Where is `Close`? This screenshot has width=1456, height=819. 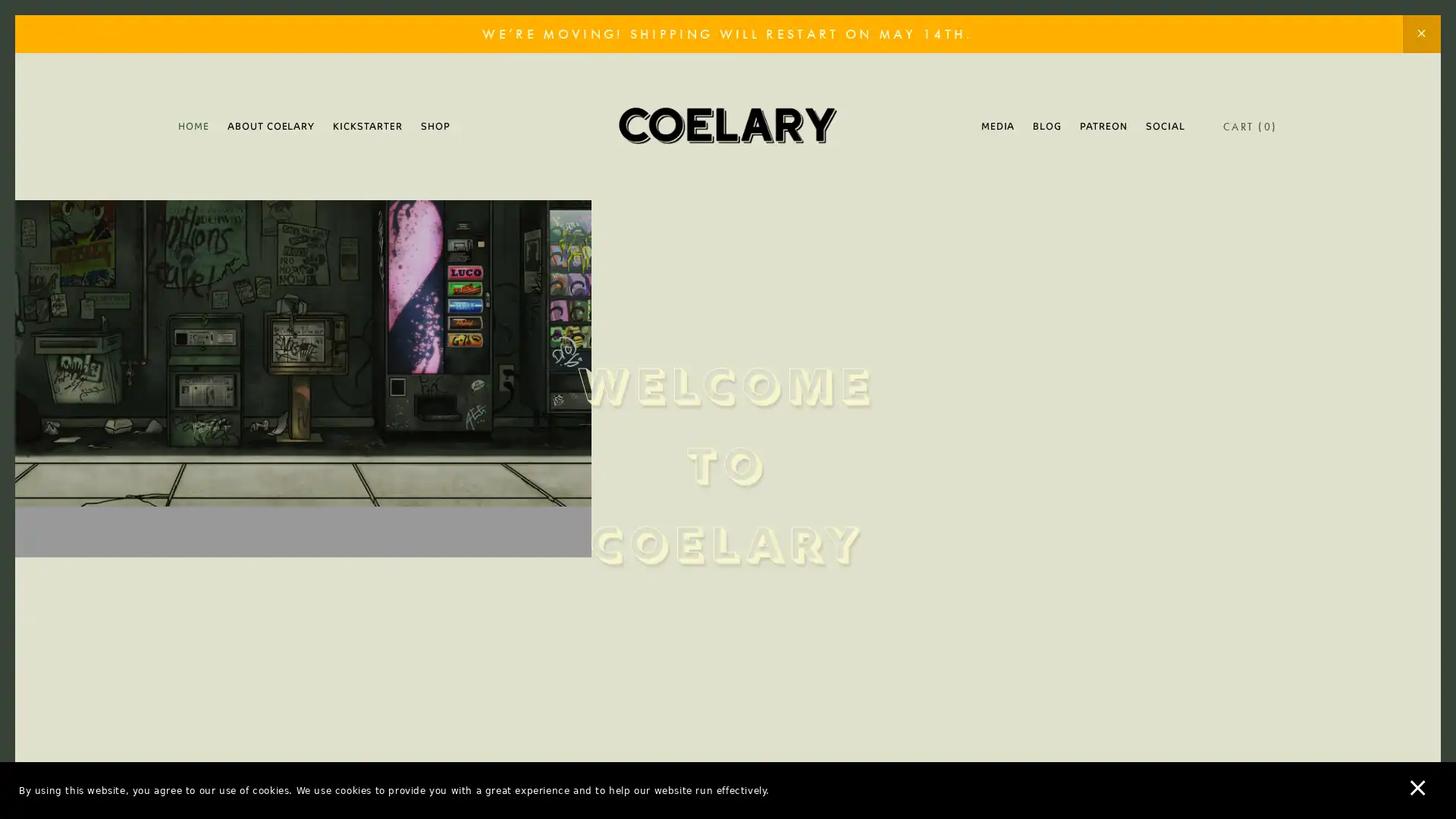 Close is located at coordinates (993, 177).